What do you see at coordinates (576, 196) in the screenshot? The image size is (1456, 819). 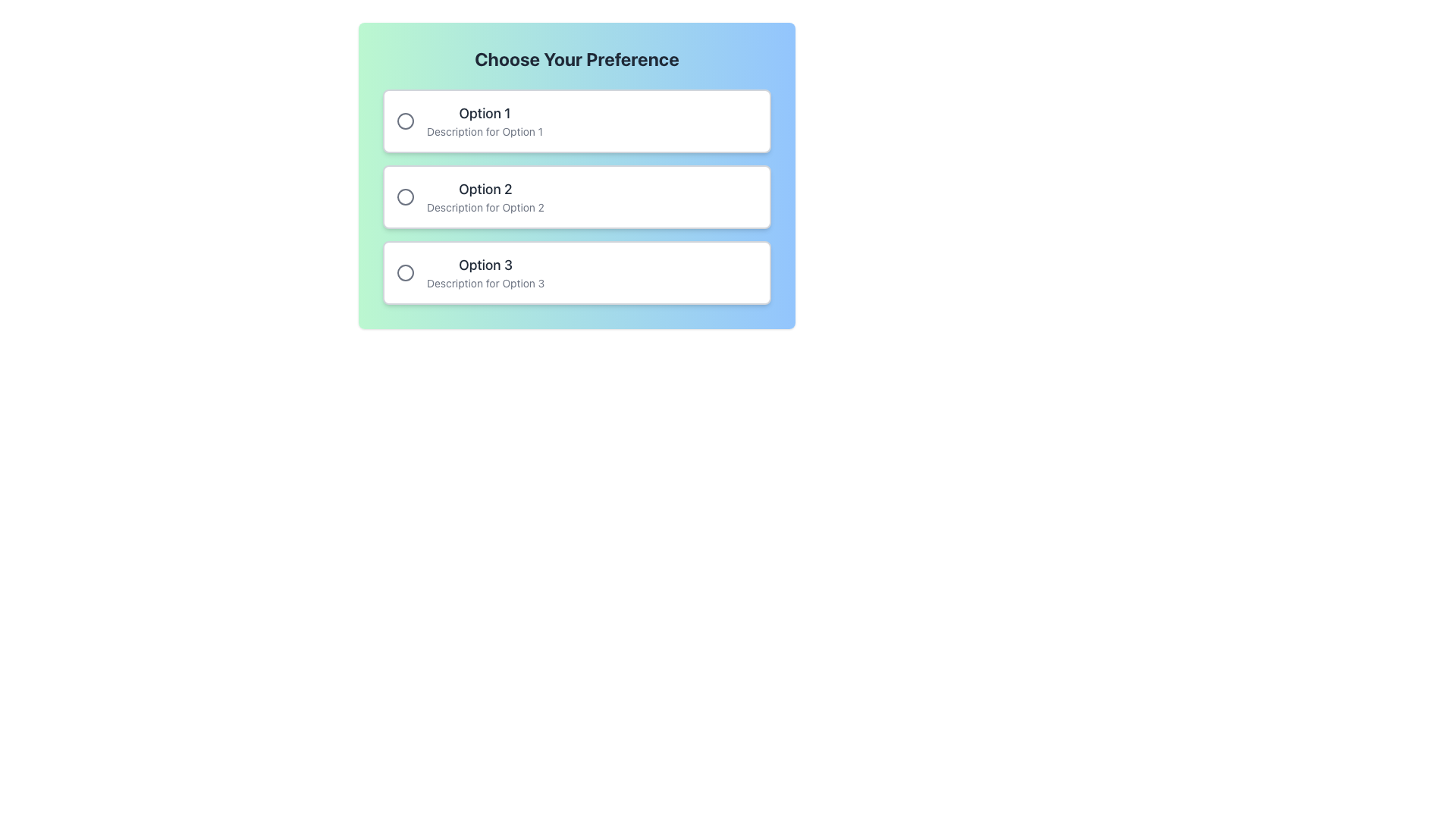 I see `the second option box containing the radio button labeled 'Option 2'` at bounding box center [576, 196].